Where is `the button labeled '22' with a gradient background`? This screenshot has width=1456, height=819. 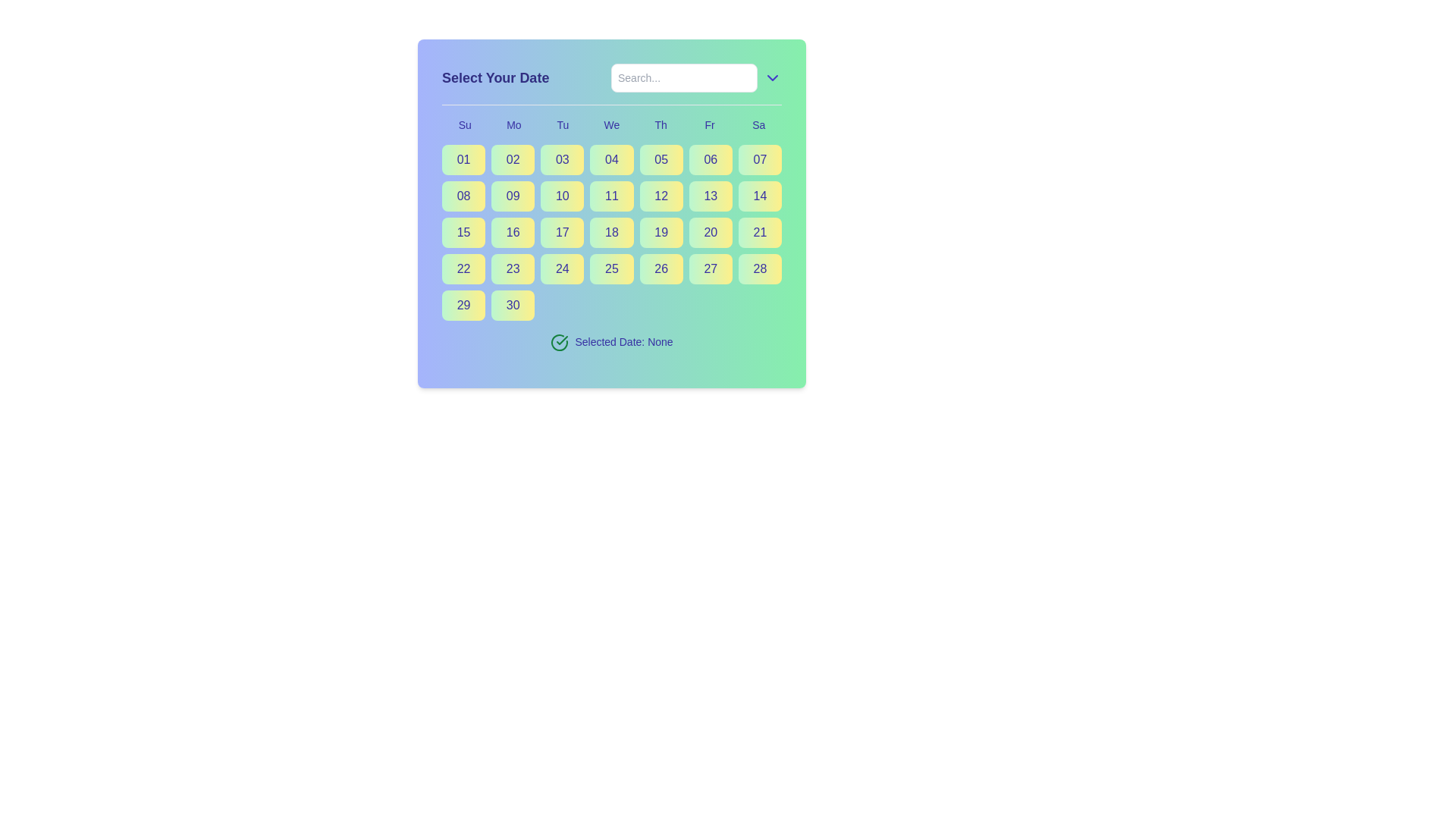 the button labeled '22' with a gradient background is located at coordinates (463, 268).